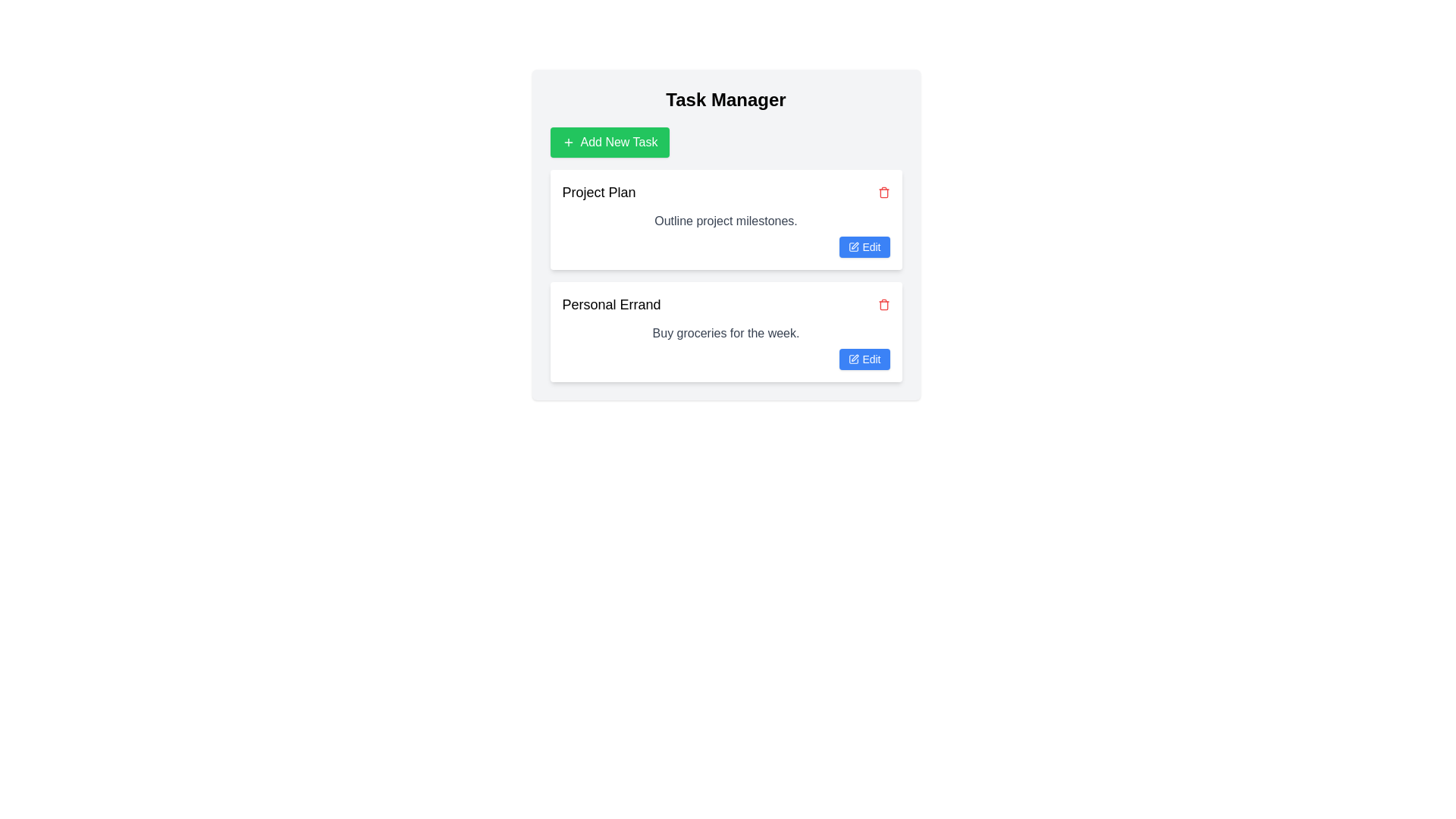  Describe the element at coordinates (611, 304) in the screenshot. I see `the task title label displayed in the task management interface` at that location.